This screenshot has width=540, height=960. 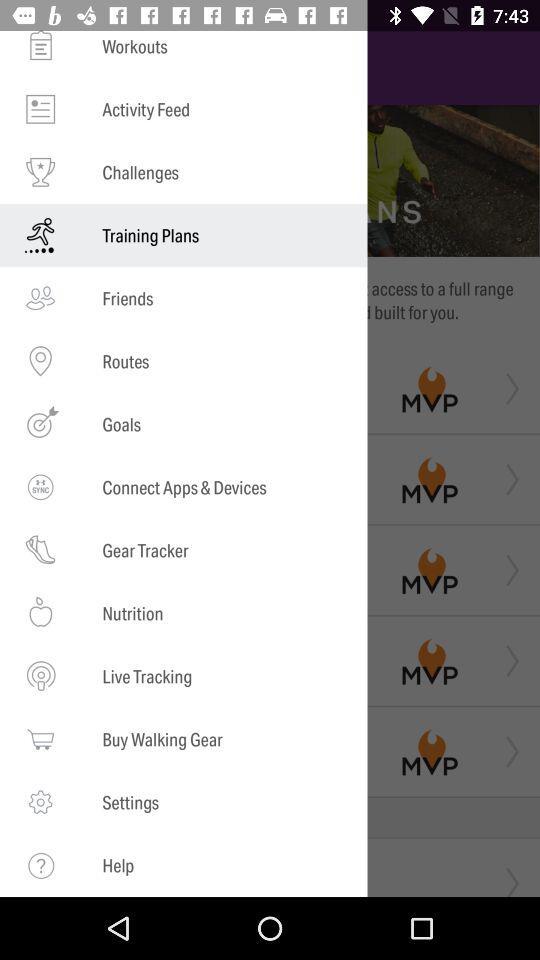 What do you see at coordinates (507, 479) in the screenshot?
I see `the second arrow from the top which is right to the mvp` at bounding box center [507, 479].